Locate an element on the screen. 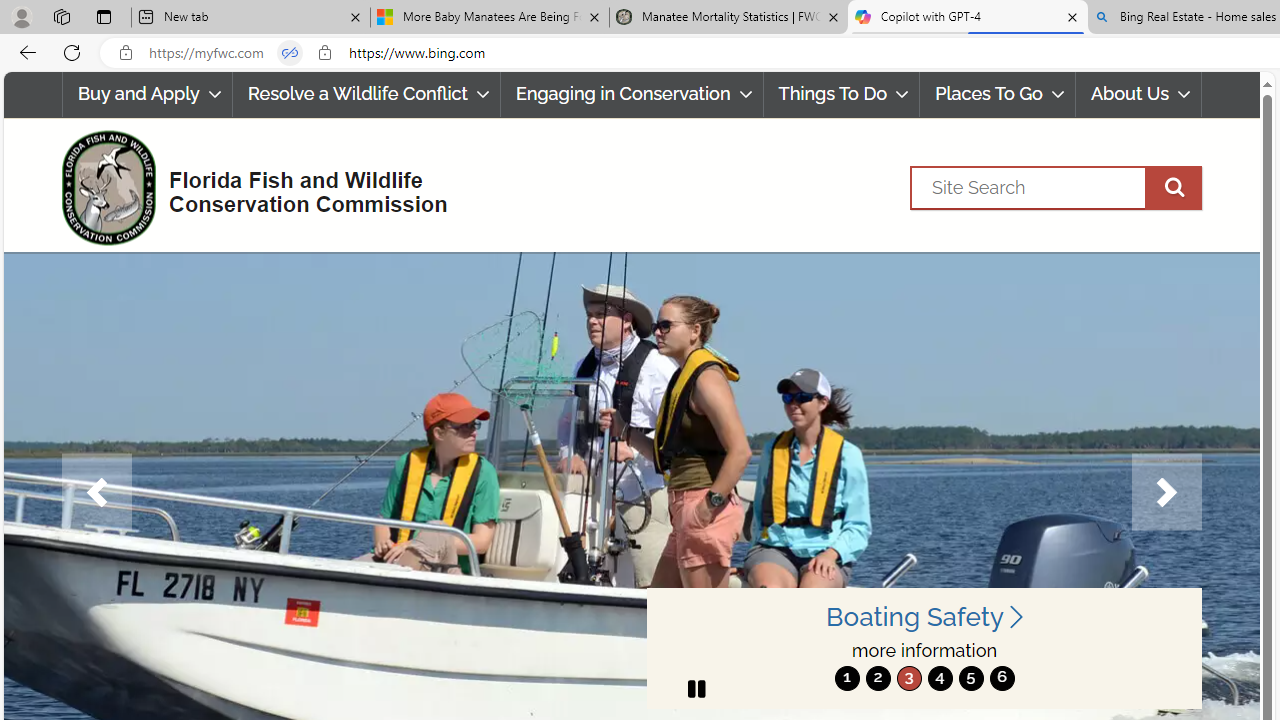 This screenshot has height=720, width=1280. 'Previous' is located at coordinates (95, 492).